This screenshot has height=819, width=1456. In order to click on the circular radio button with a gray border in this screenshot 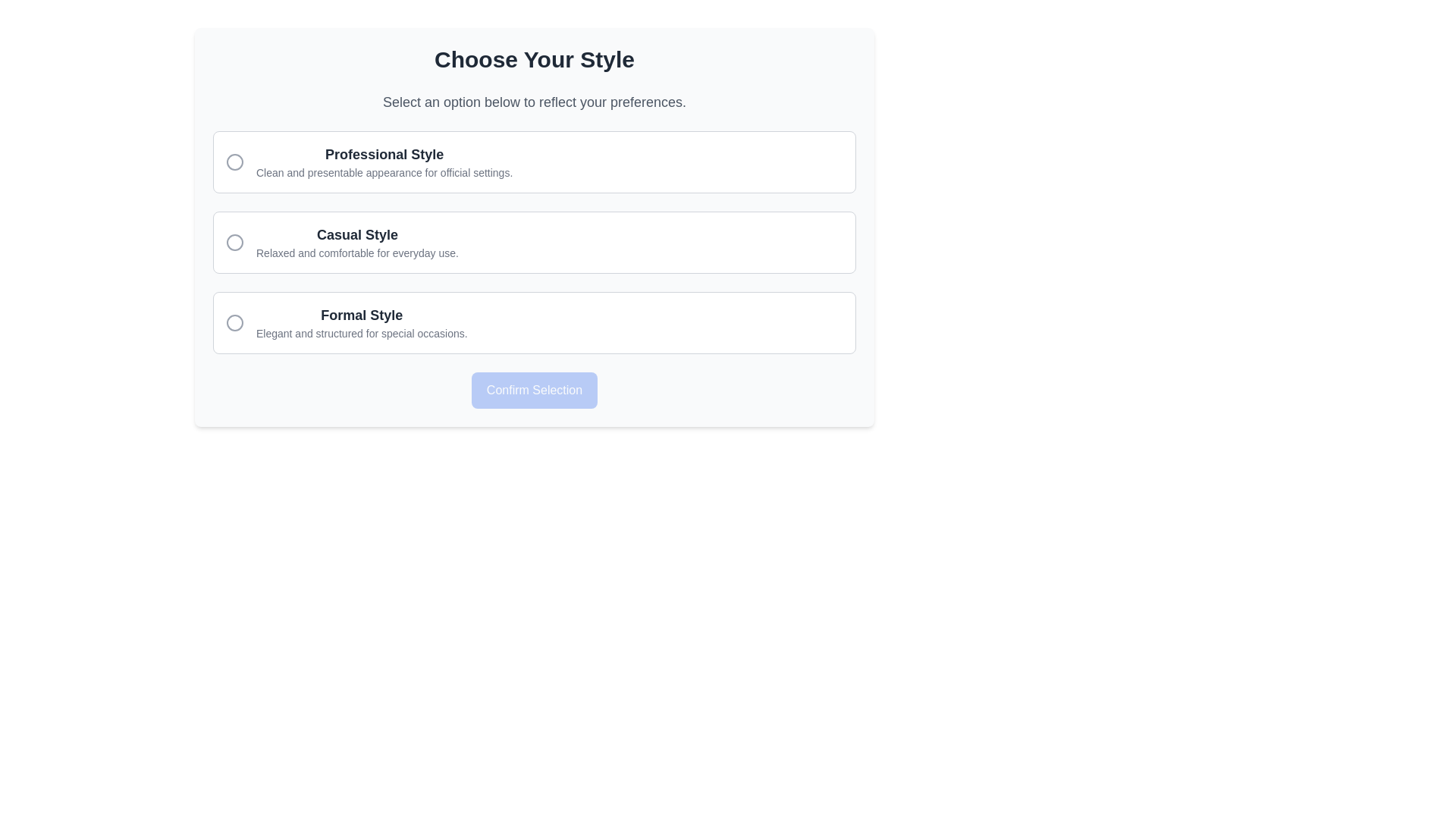, I will do `click(234, 242)`.